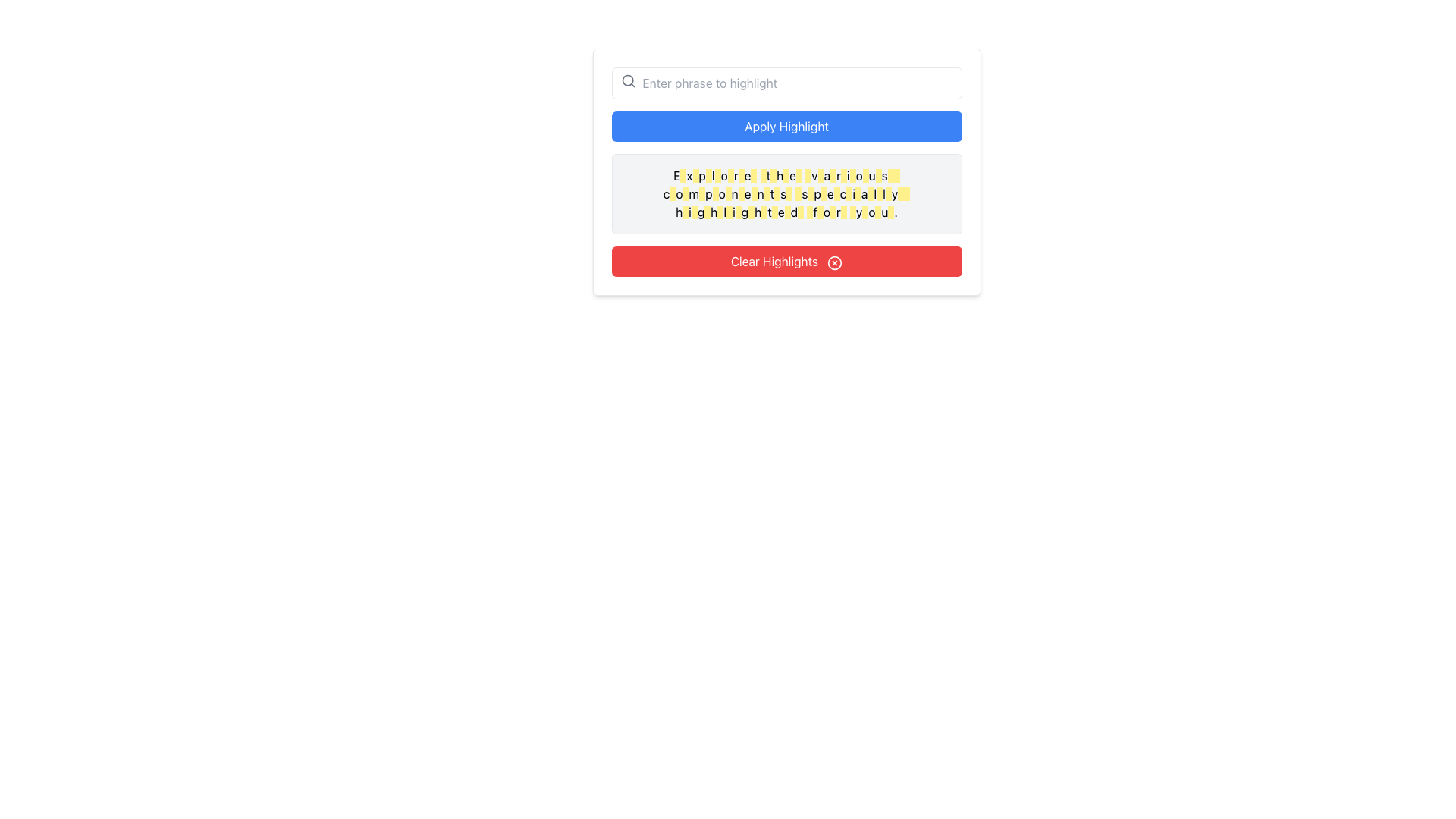  What do you see at coordinates (823, 193) in the screenshot?
I see `the 13th emphasized word or character span in the second line of the 'Explore the various components specially highlighted for you' paragraph to draw attention` at bounding box center [823, 193].